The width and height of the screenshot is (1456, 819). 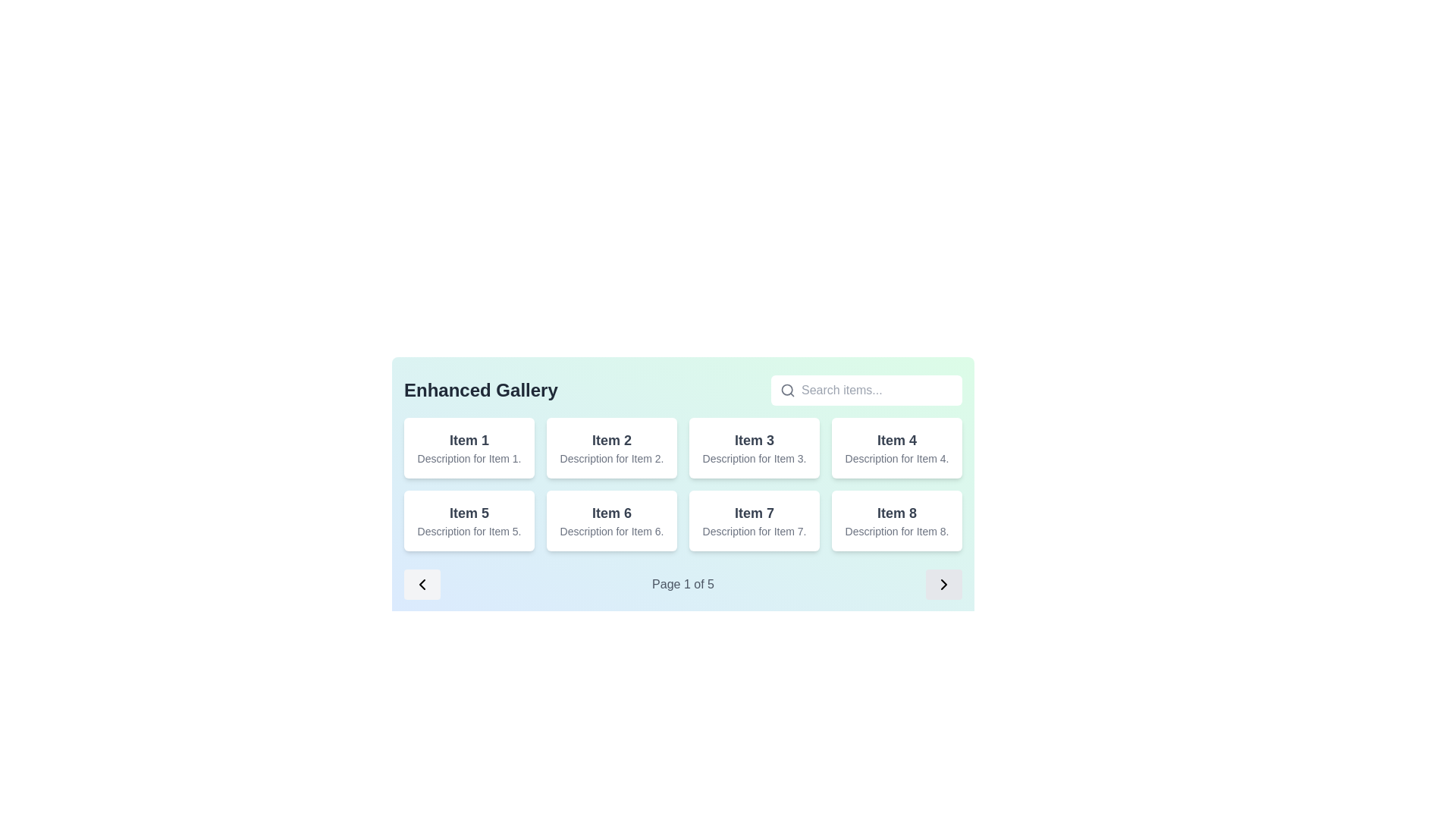 I want to click on the Information card displaying 'Item 3', located in the top row, third column of a 4-column grid layout, so click(x=754, y=447).